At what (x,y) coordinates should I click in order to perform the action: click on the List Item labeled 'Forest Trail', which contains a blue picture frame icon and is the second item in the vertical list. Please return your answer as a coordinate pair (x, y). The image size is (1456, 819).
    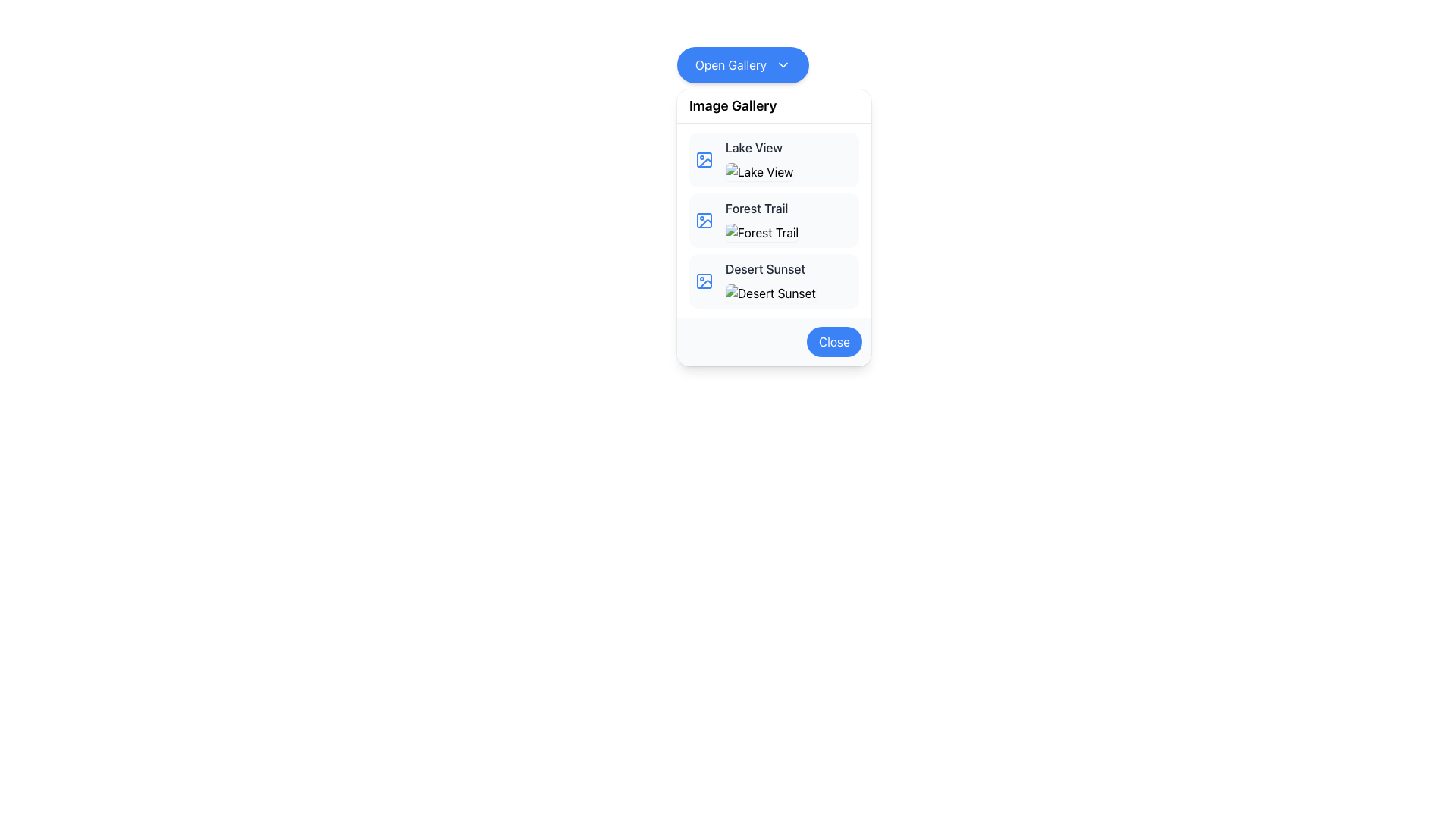
    Looking at the image, I should click on (773, 220).